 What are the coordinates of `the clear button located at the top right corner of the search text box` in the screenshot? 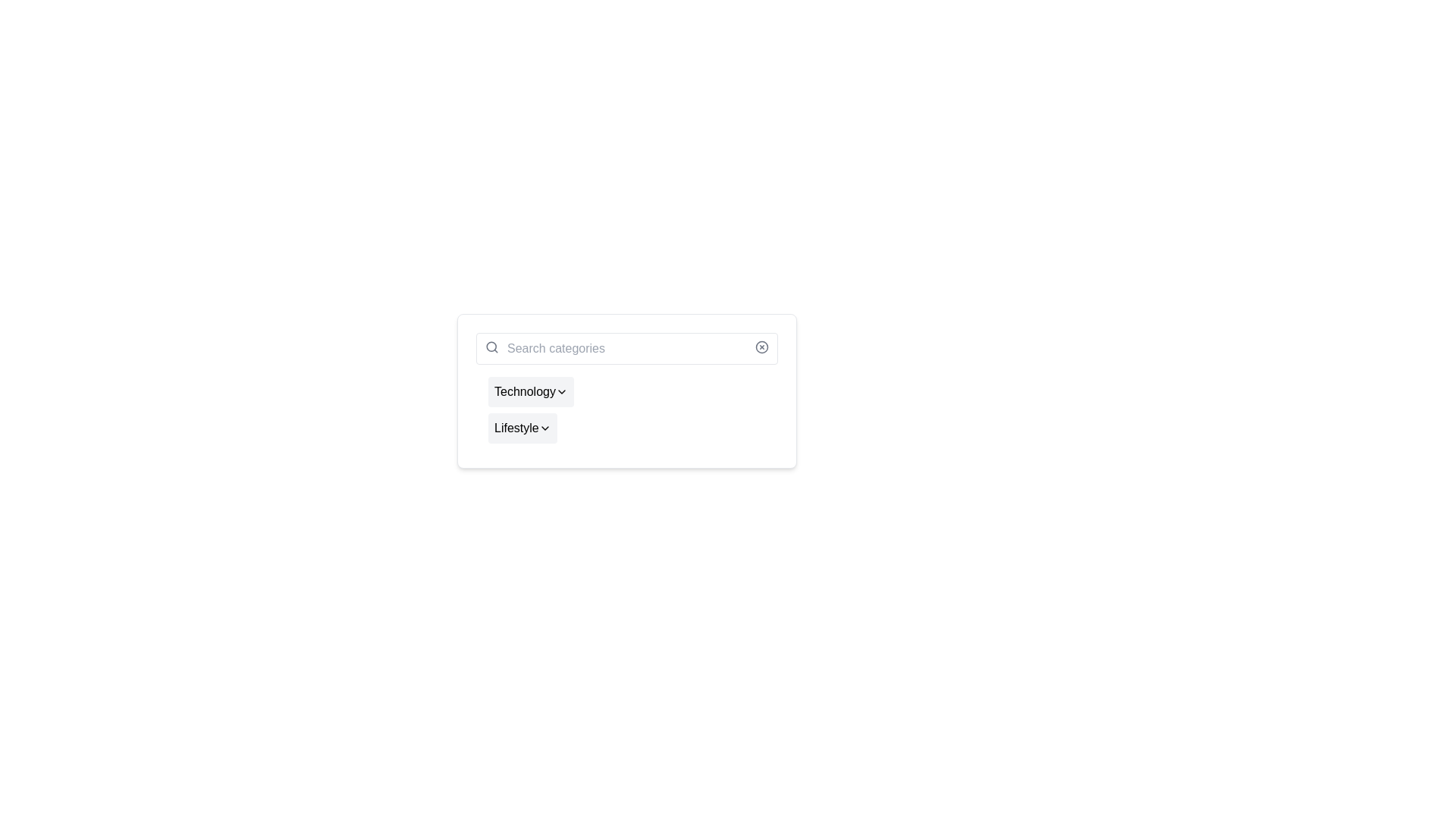 It's located at (761, 347).